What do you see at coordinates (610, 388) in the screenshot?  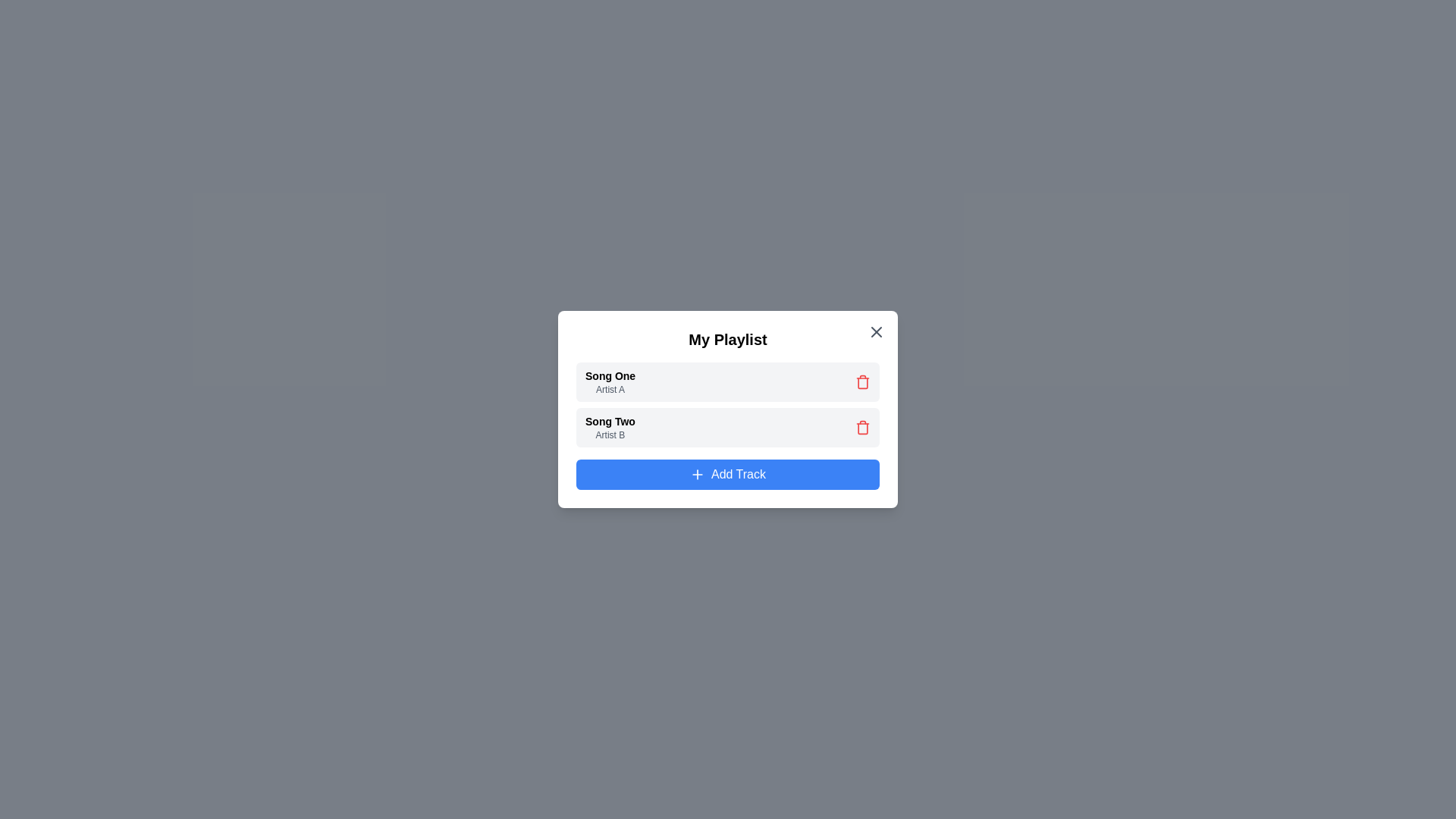 I see `the text label that identifies the artist associated with the song titled 'Song One', located below the bold title within the first item in the playlist` at bounding box center [610, 388].